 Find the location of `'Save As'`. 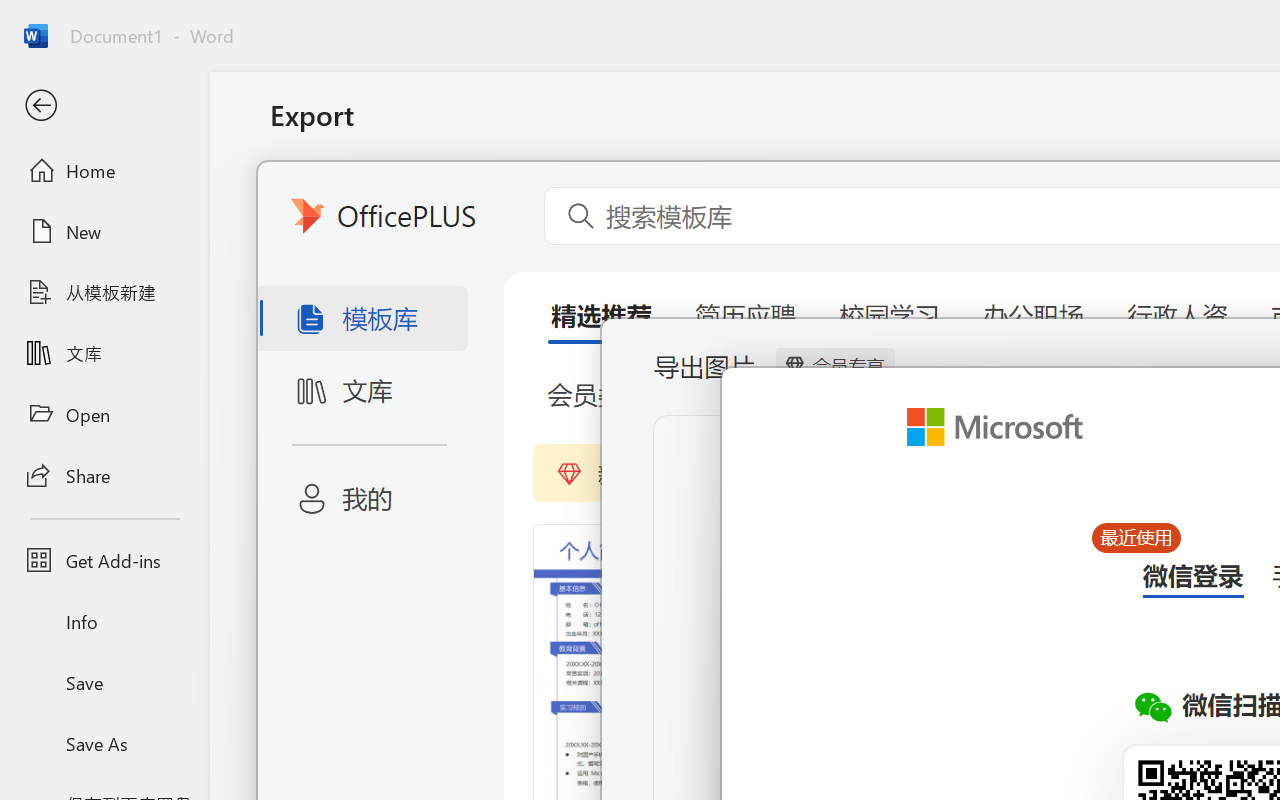

'Save As' is located at coordinates (103, 743).